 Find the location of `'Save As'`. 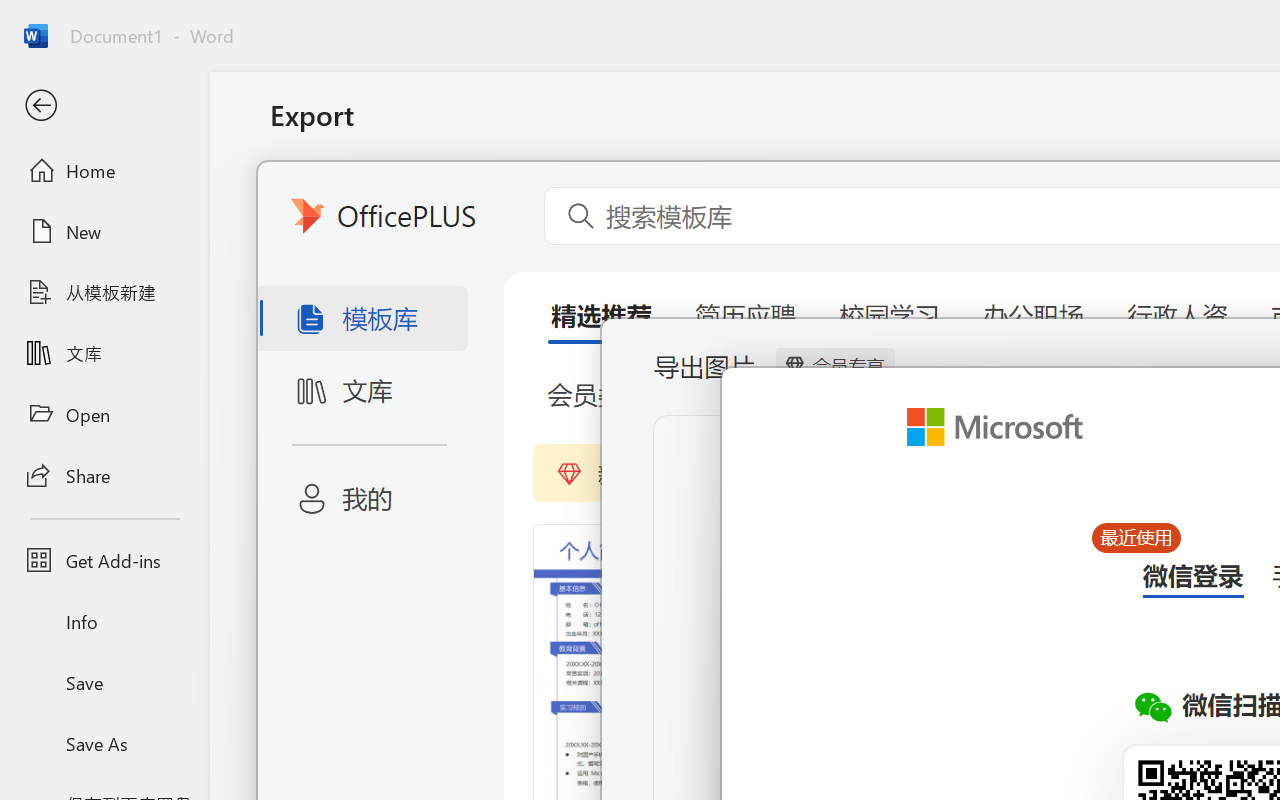

'Save As' is located at coordinates (103, 743).